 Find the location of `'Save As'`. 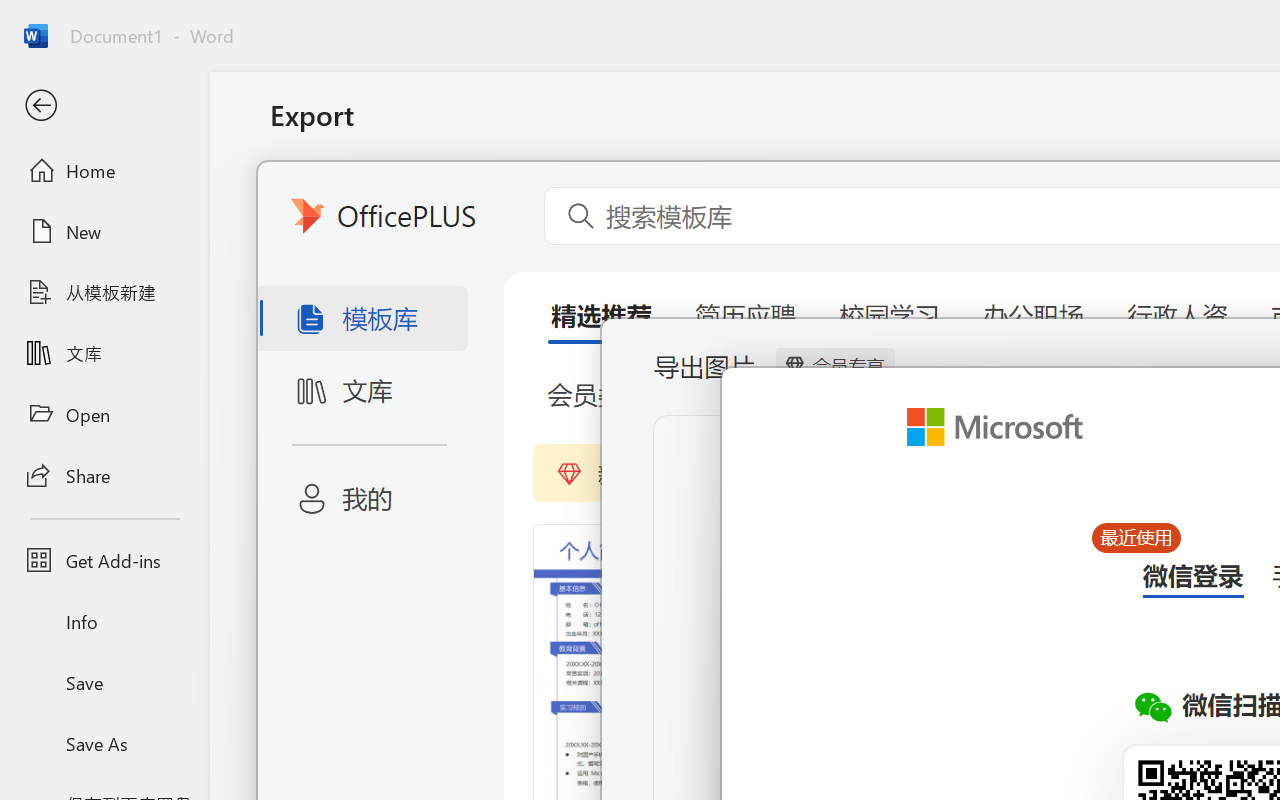

'Save As' is located at coordinates (103, 743).